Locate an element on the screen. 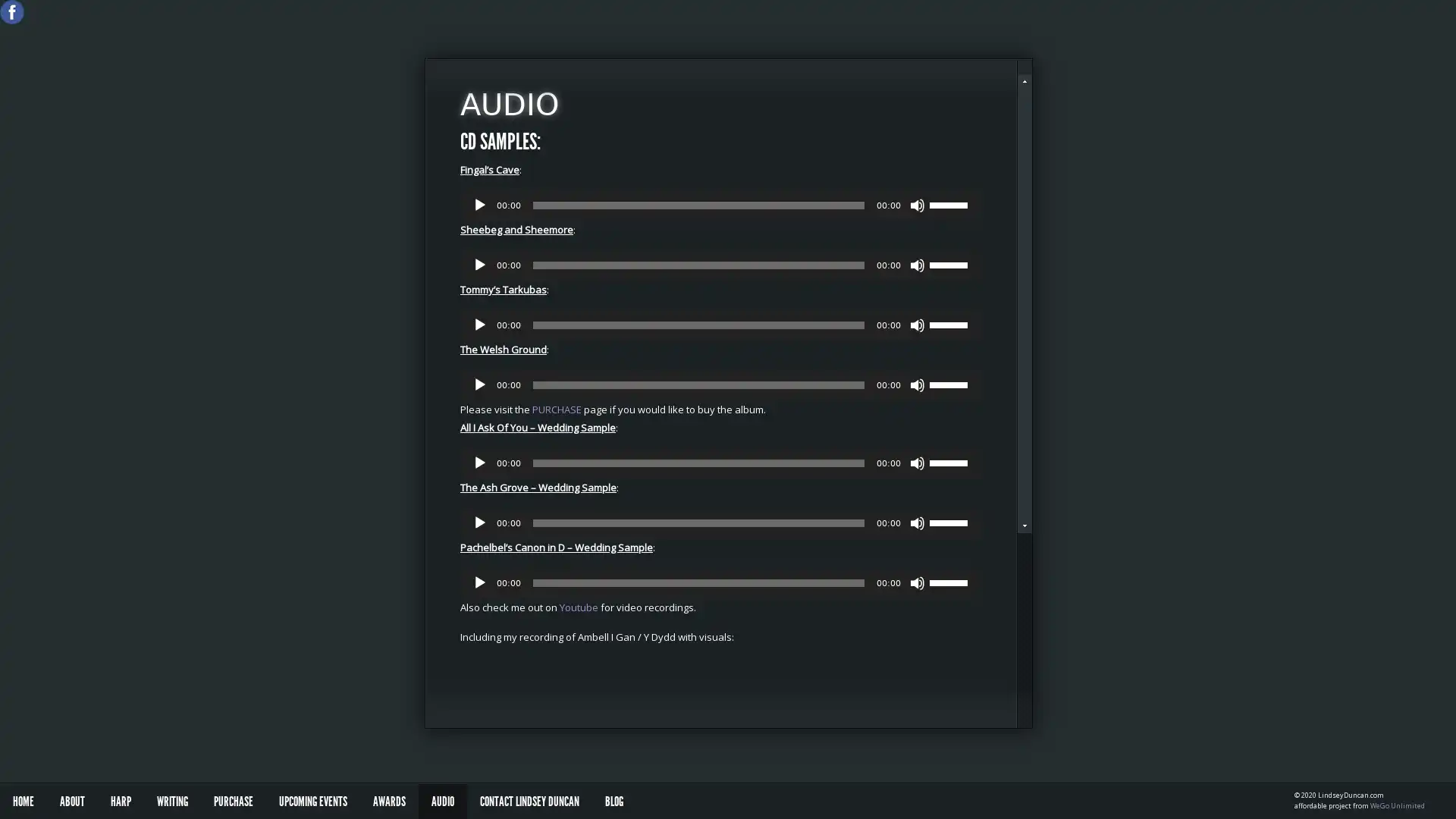  Play is located at coordinates (479, 205).